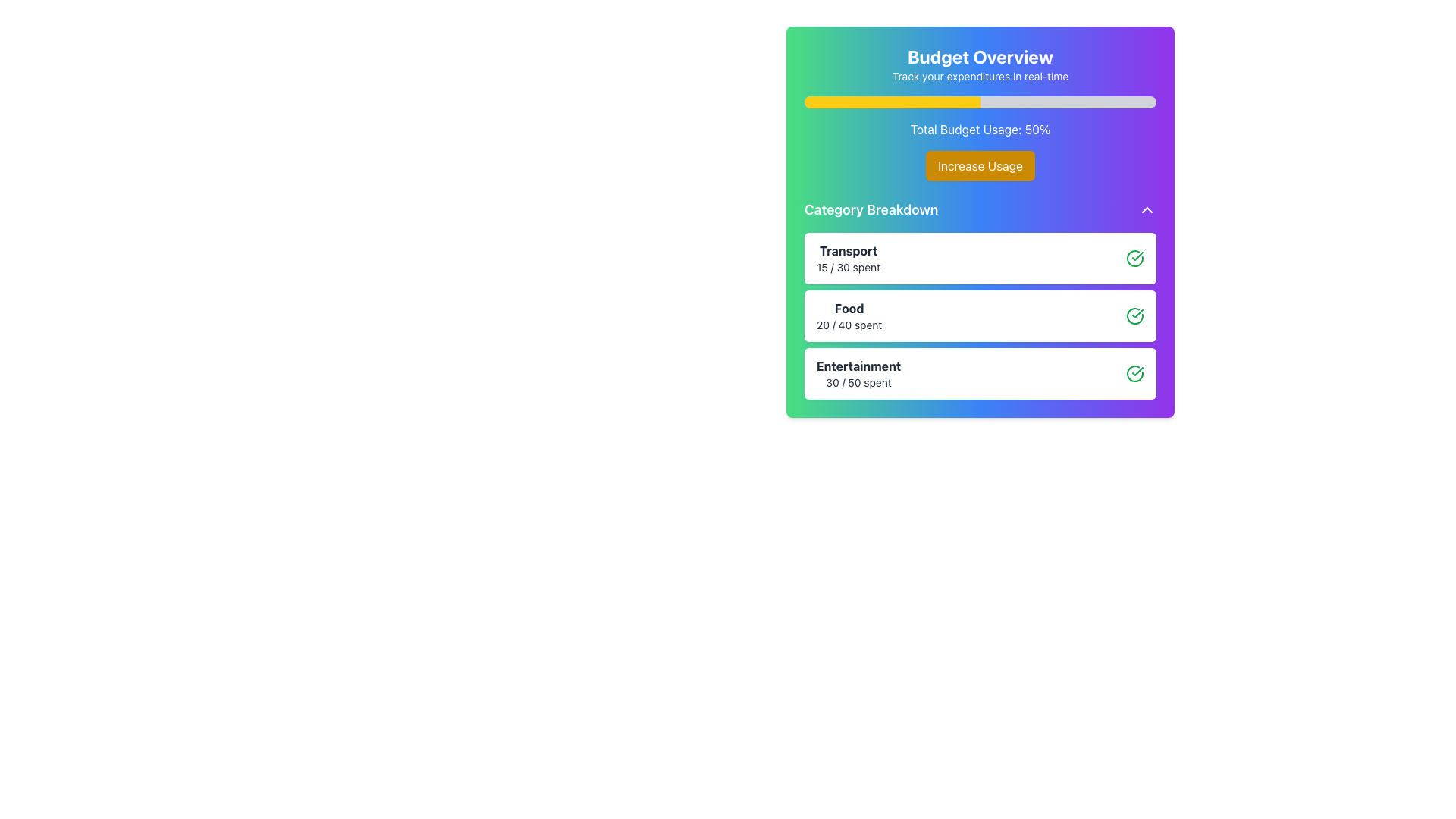 The image size is (1456, 819). Describe the element at coordinates (980, 55) in the screenshot. I see `text 'Budget Overview' displayed in a bold font style at the top section of the interface, which has a gradient background from green to purple` at that location.